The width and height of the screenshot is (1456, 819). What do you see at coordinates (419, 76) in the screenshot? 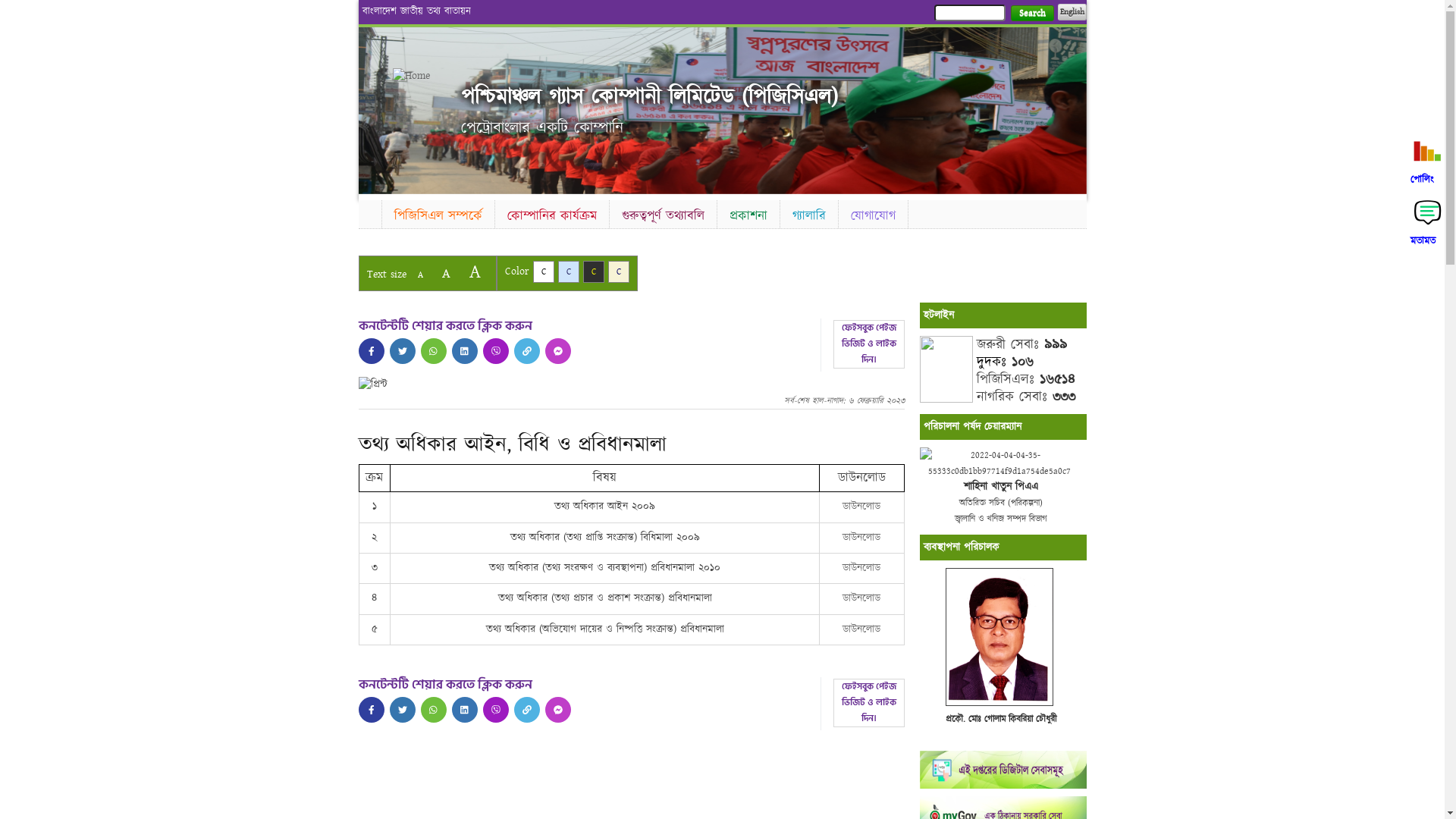
I see `'Home'` at bounding box center [419, 76].